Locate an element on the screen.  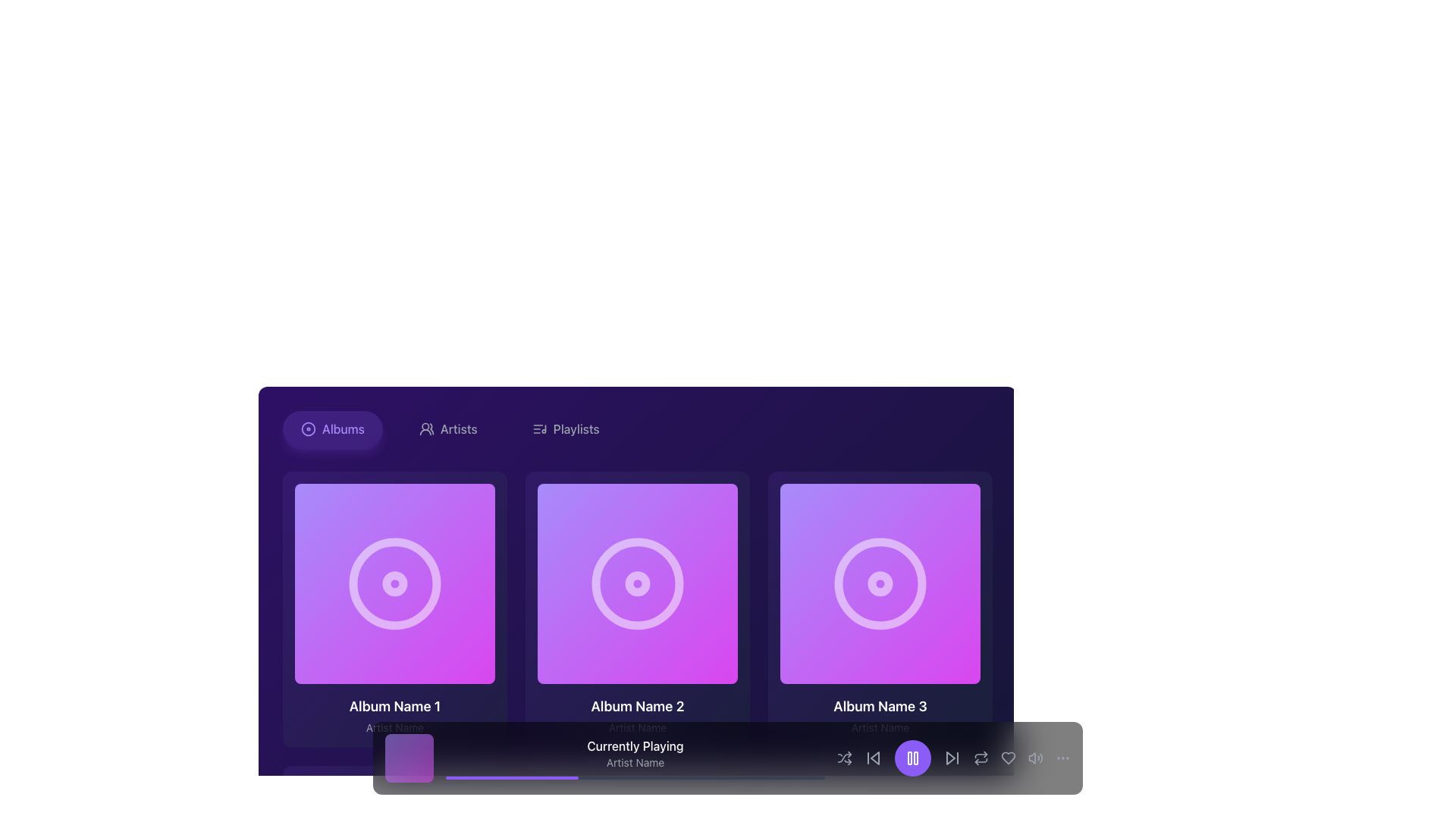
the Artists icon located in the top navigation bar, which visually represents the 'Artists' menu item is located at coordinates (425, 429).